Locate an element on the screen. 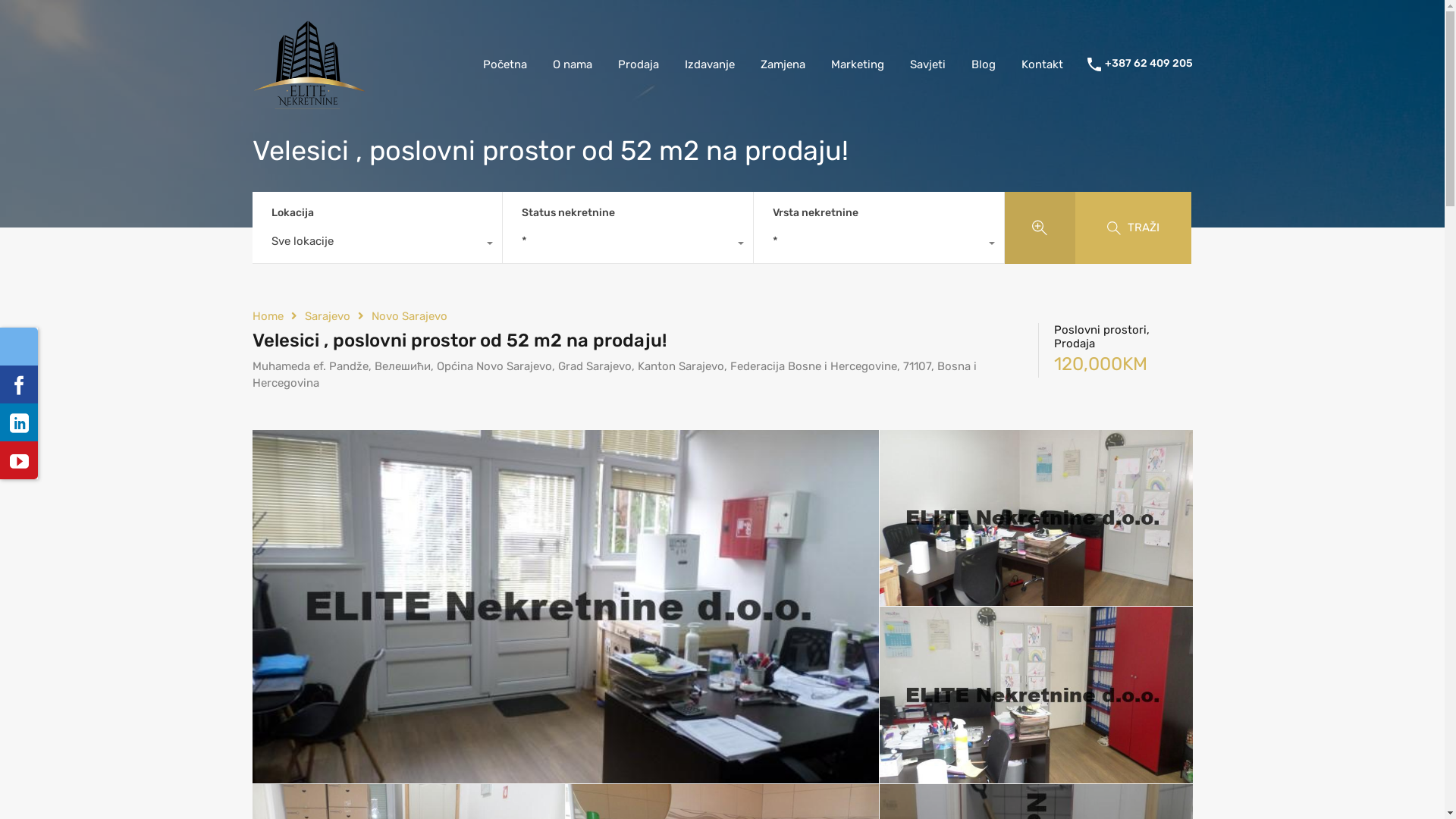  'Sve lokacije' is located at coordinates (377, 244).